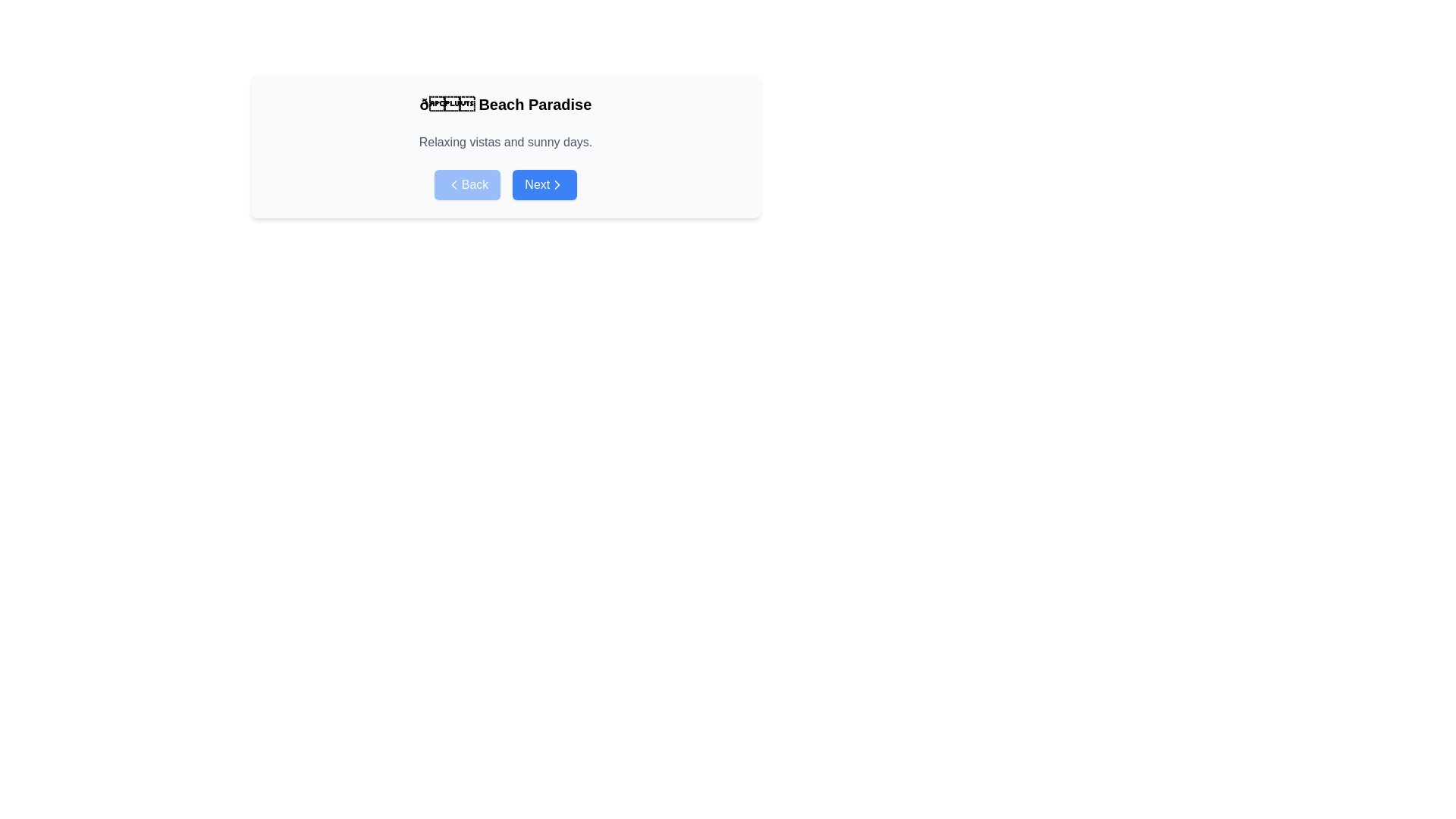  What do you see at coordinates (556, 184) in the screenshot?
I see `the chevron icon located on the blue 'Next' button at the bottom-right corner of the card` at bounding box center [556, 184].